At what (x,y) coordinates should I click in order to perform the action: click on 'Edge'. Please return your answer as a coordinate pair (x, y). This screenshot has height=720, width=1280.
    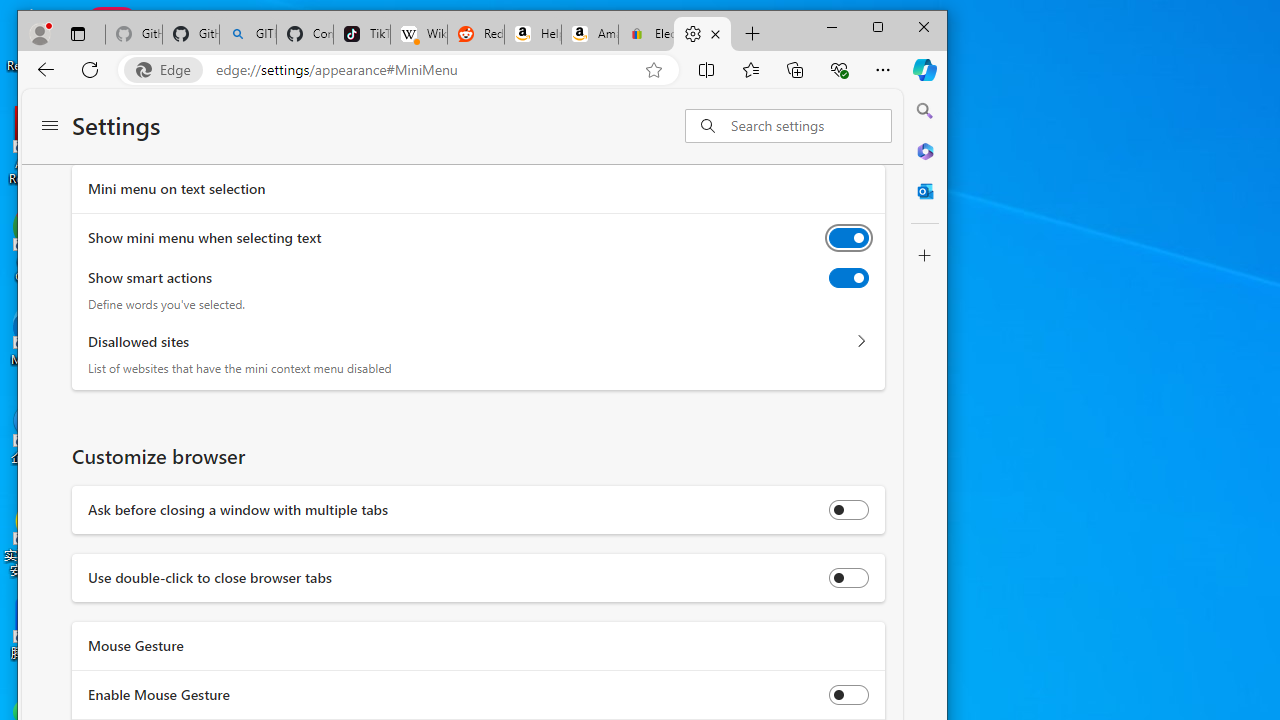
    Looking at the image, I should click on (168, 68).